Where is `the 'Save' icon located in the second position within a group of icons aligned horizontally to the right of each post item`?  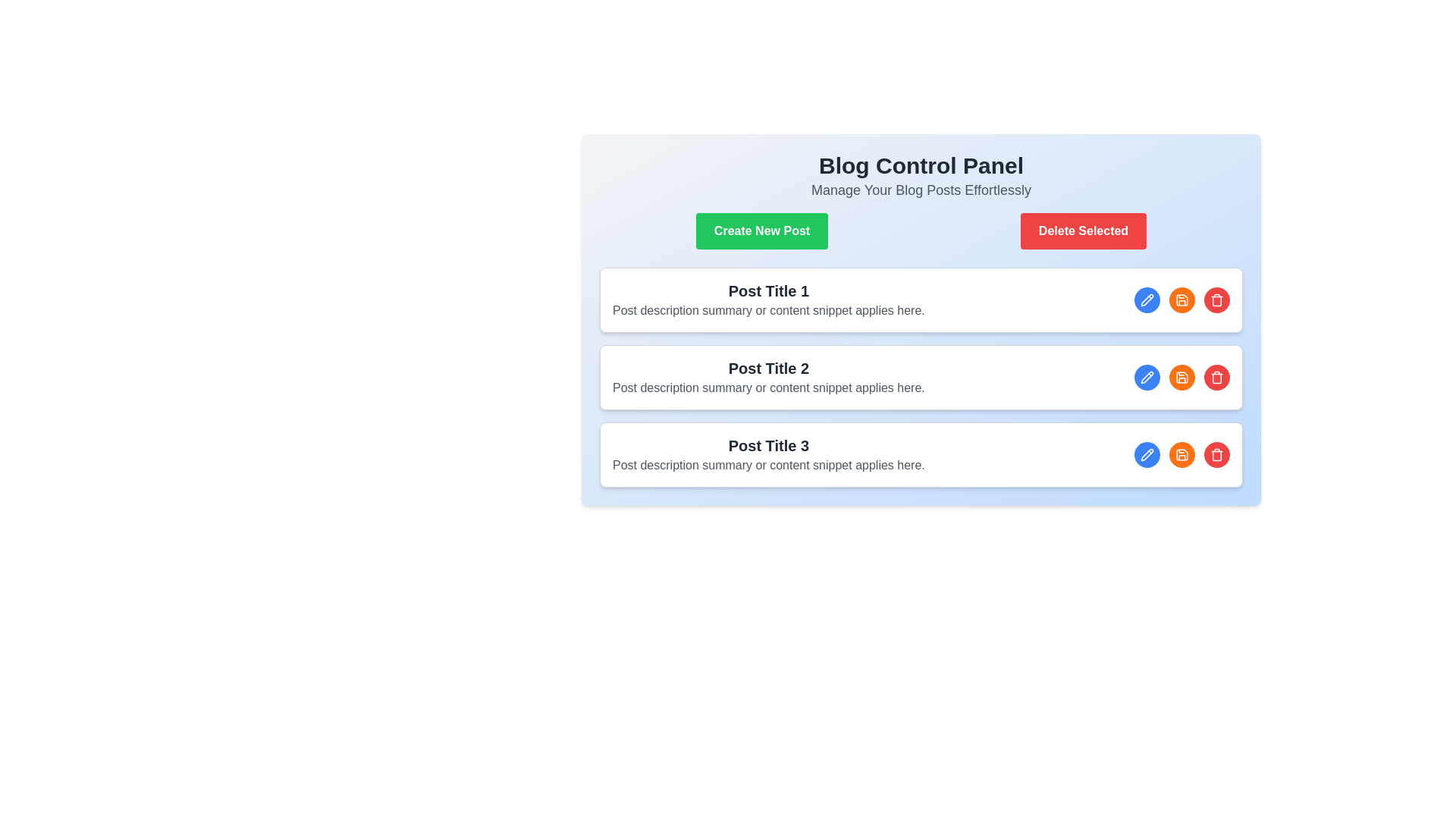
the 'Save' icon located in the second position within a group of icons aligned horizontally to the right of each post item is located at coordinates (1181, 454).